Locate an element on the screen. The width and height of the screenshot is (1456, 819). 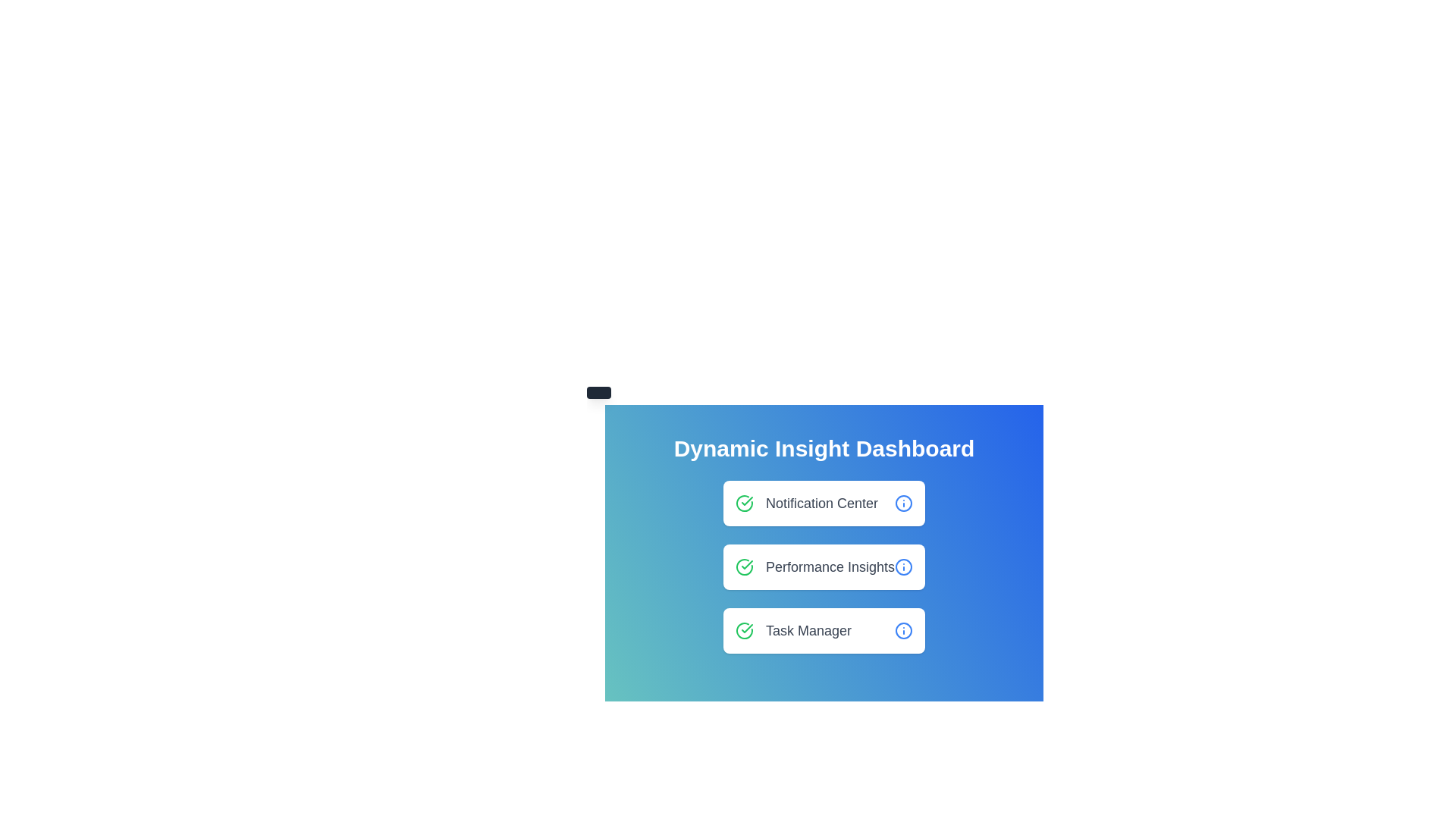
the circular icon located to the right of the 'Performance Insights' text in the middle row of modules on the blue panel is located at coordinates (903, 567).